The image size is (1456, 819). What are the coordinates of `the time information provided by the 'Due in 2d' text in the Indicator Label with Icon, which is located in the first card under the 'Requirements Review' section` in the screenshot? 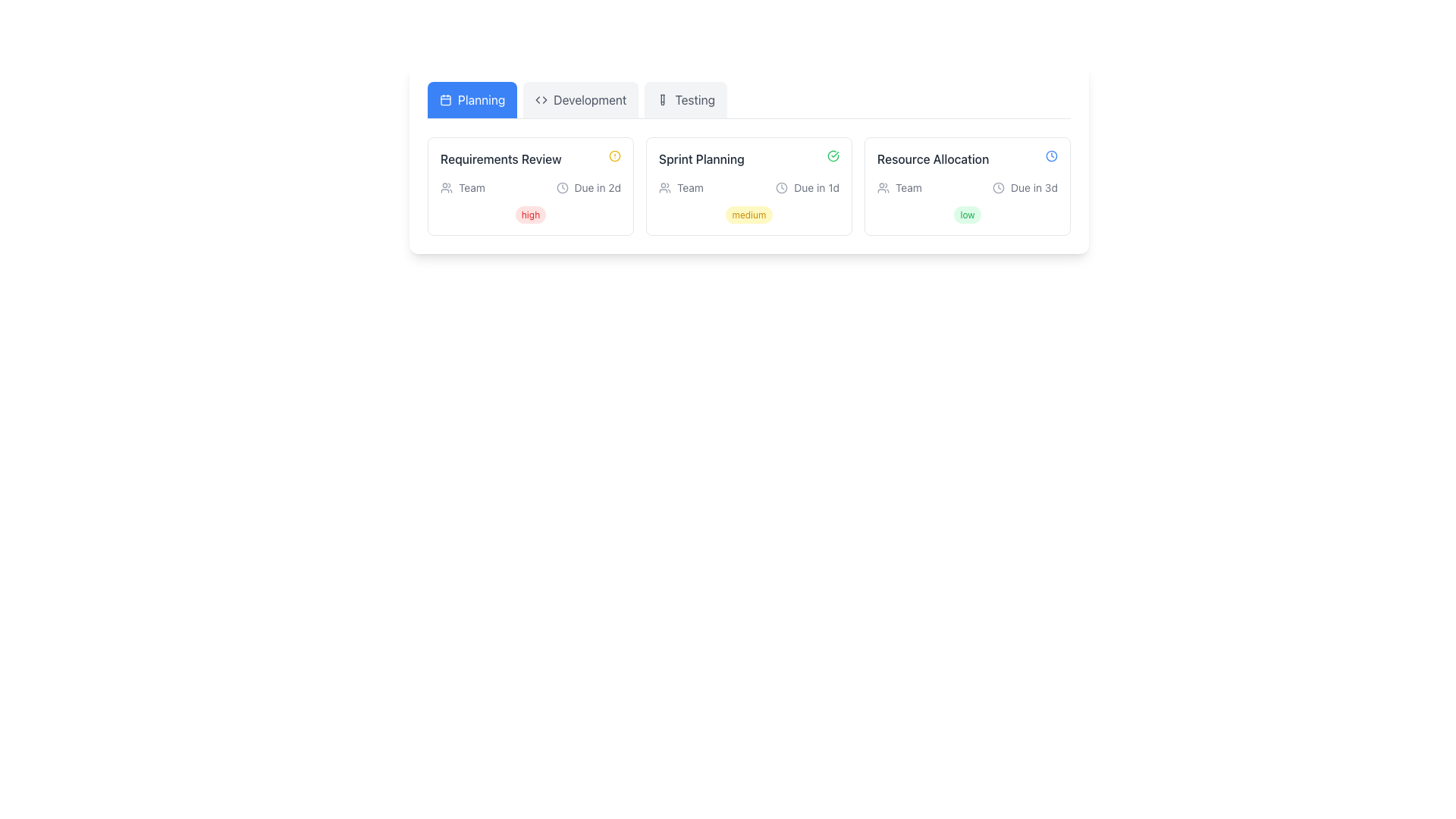 It's located at (588, 187).